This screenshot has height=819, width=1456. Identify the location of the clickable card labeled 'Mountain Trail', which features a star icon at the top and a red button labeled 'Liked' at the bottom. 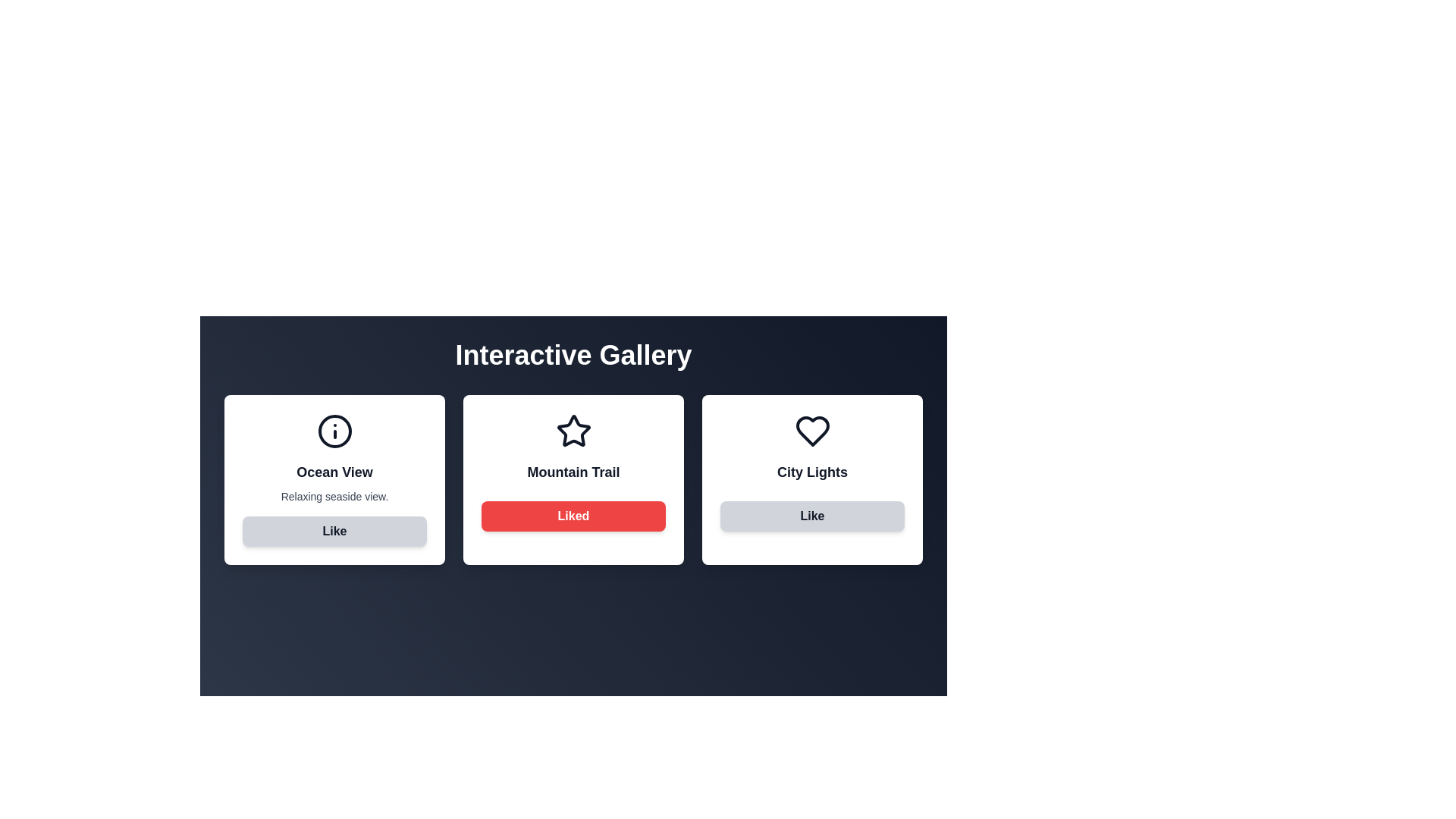
(573, 479).